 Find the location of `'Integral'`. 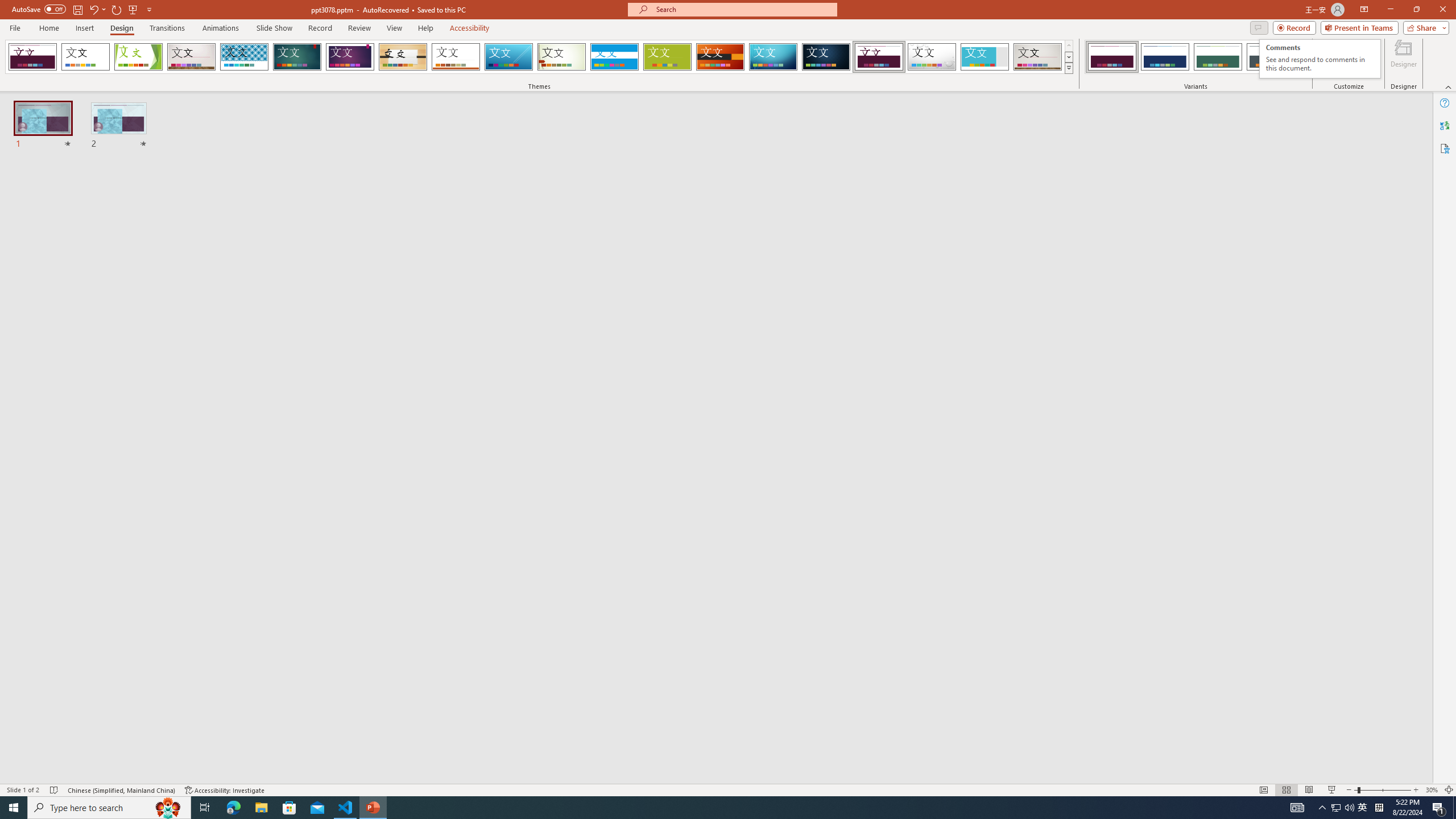

'Integral' is located at coordinates (244, 56).